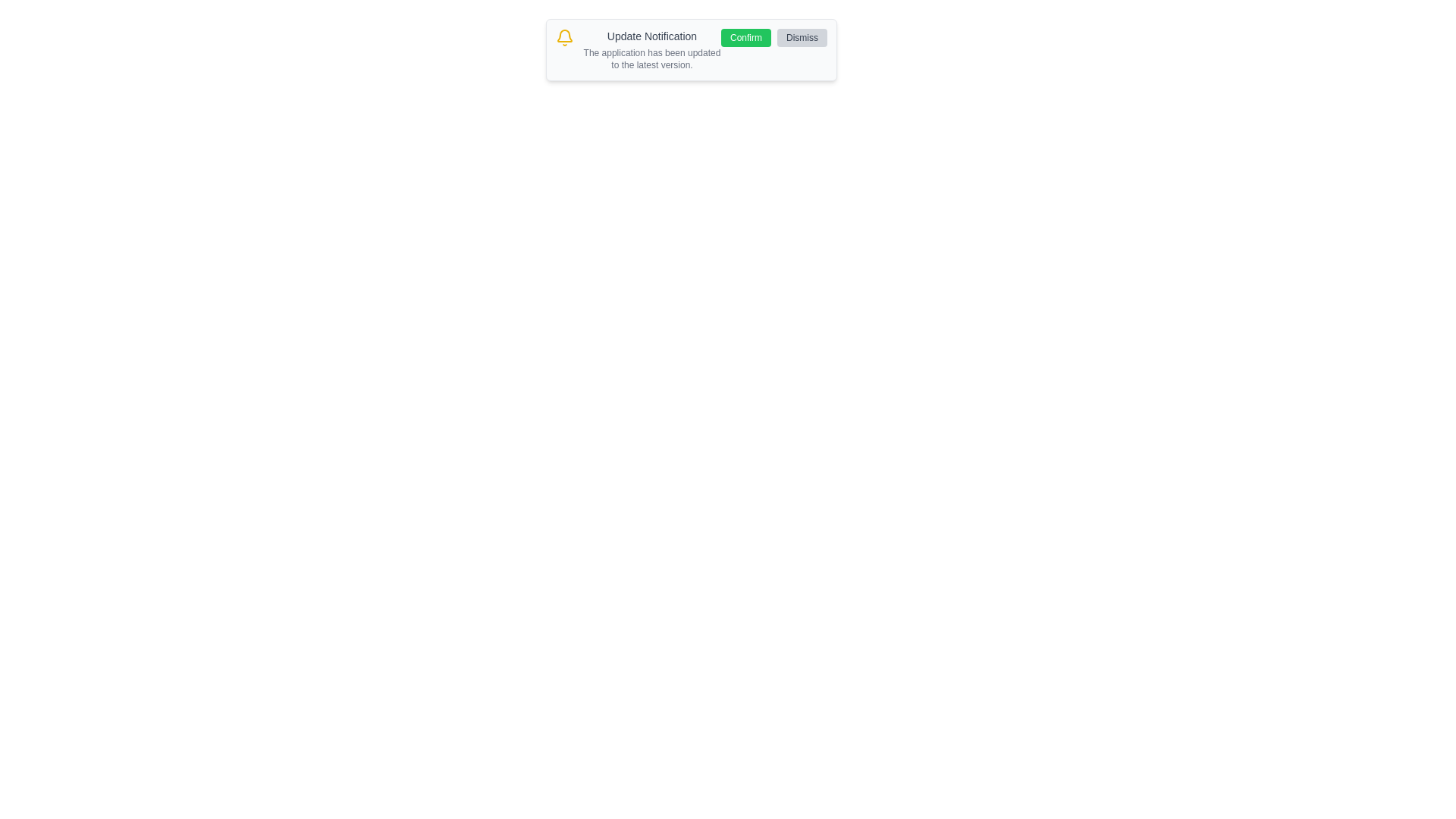  I want to click on the confirmation action button located at the top center of the interface, which is the leftmost of two buttons, to acknowledge or approve the action, so click(745, 37).